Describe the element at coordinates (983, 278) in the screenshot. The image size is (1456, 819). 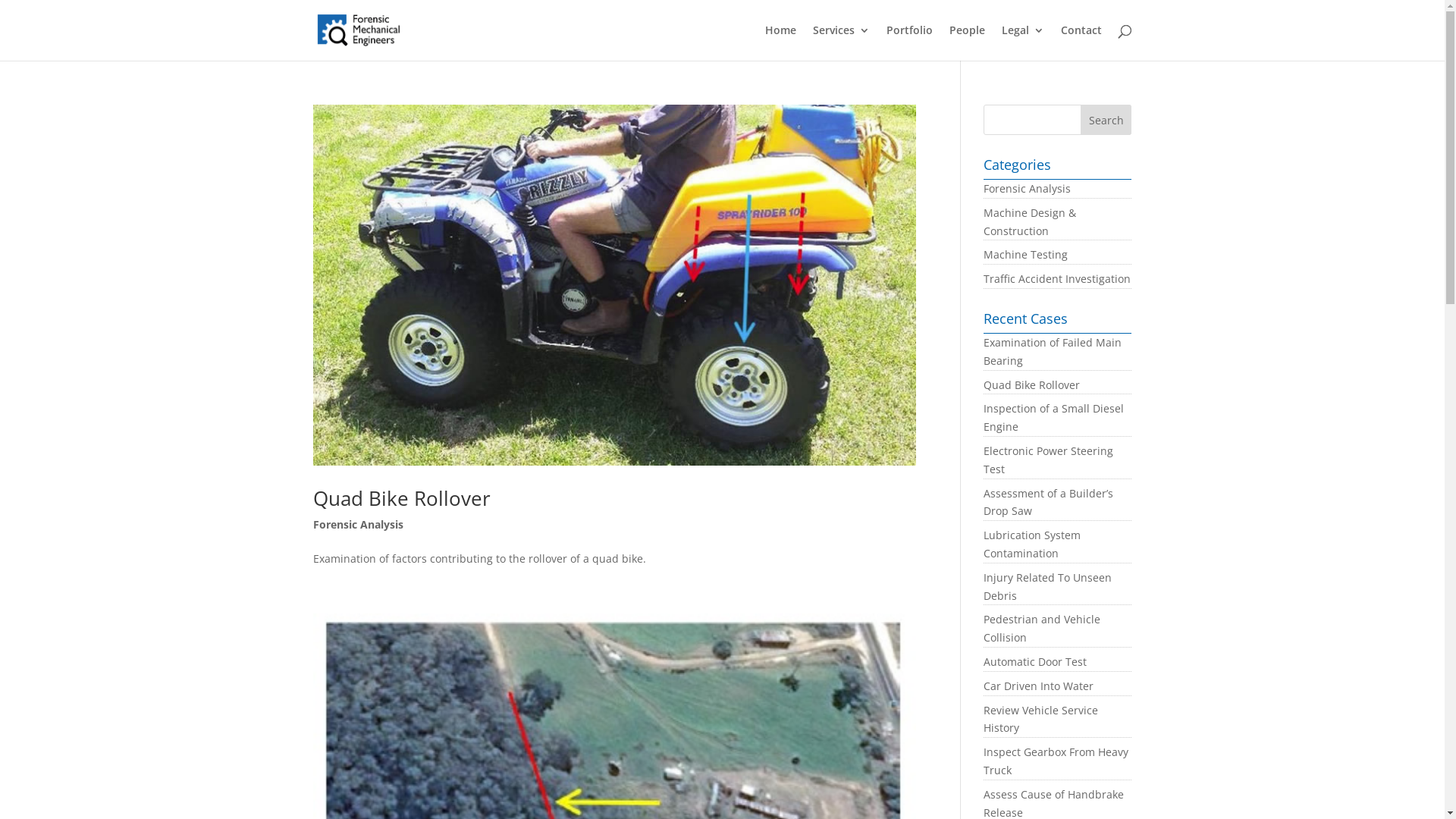
I see `'Traffic Accident Investigation'` at that location.